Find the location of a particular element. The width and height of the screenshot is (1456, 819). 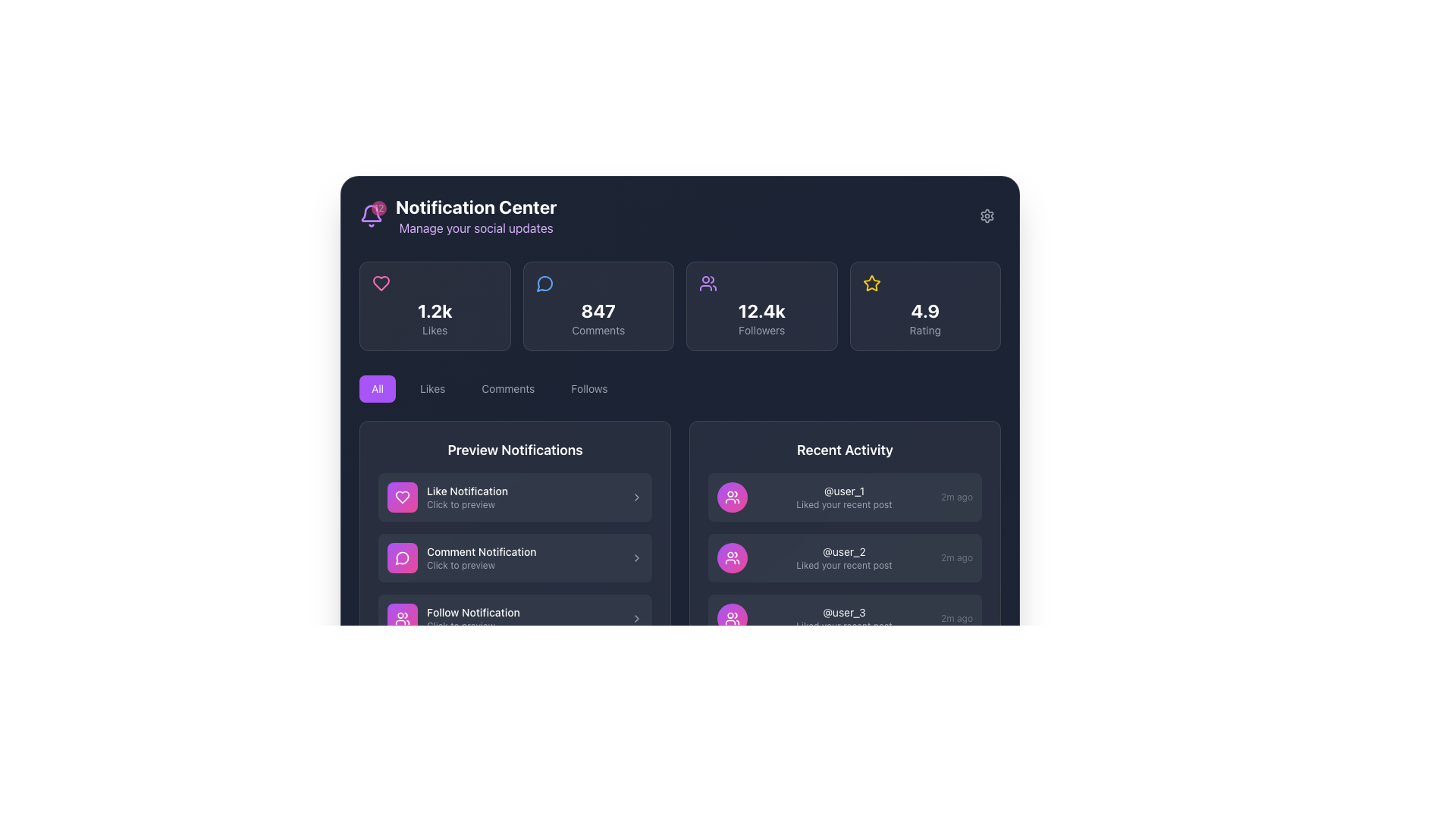

the 'Follow Notification' button with a dark background, which features a gradient icon and white text is located at coordinates (515, 619).